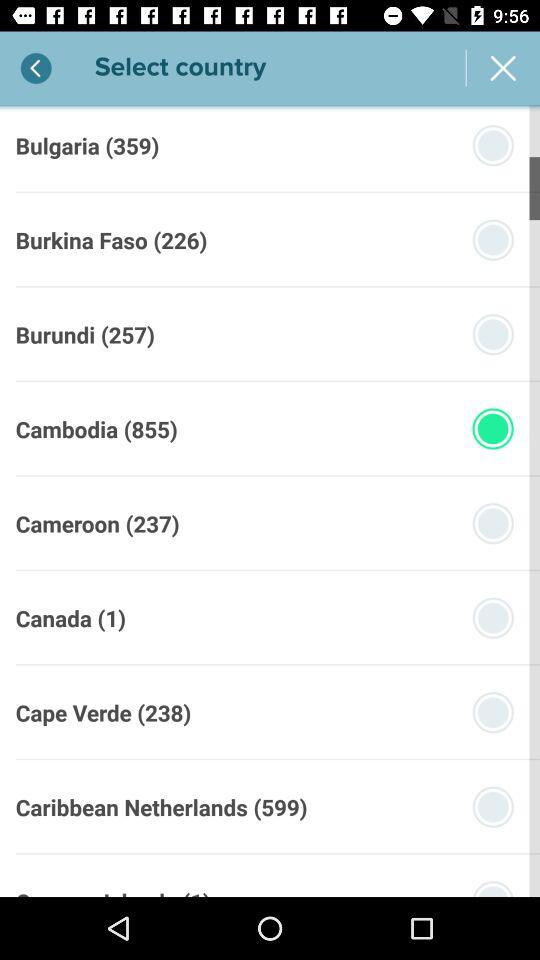  Describe the element at coordinates (113, 890) in the screenshot. I see `the cayman islands (1)` at that location.